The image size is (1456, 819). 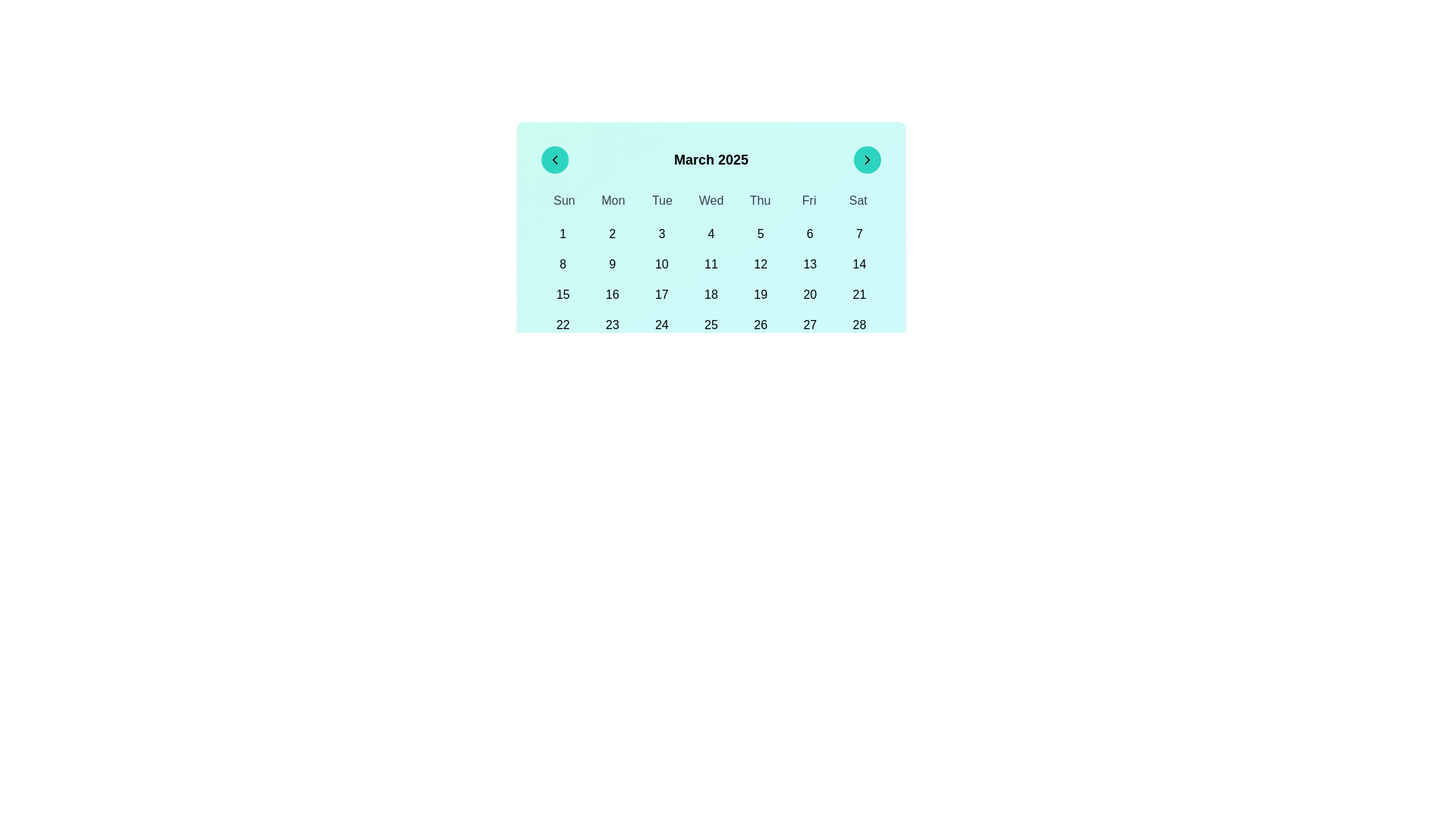 What do you see at coordinates (761, 234) in the screenshot?
I see `the circular button labeled '5' that is part of the calendar grid layout` at bounding box center [761, 234].